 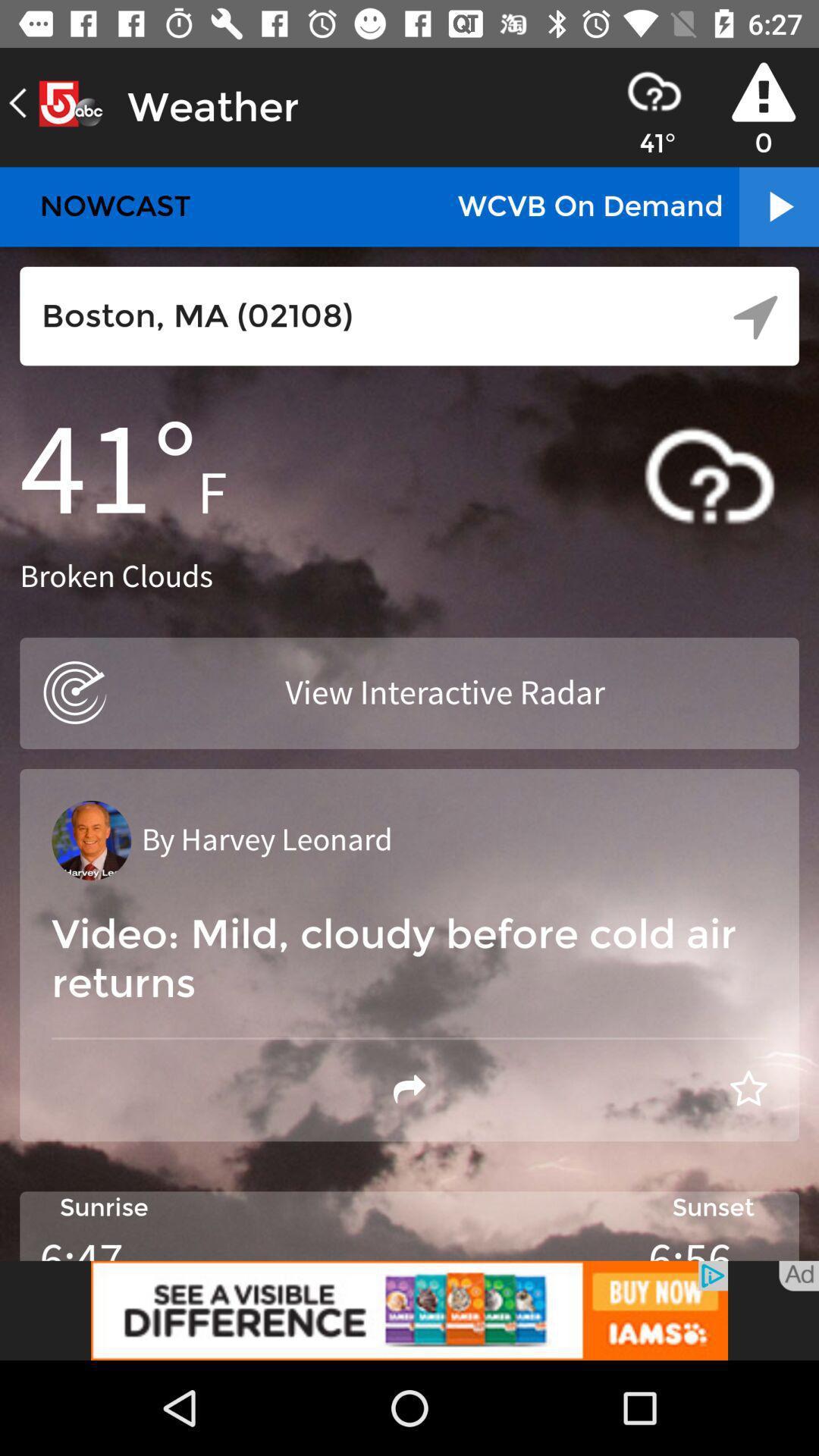 I want to click on the favorite icon, so click(x=748, y=1088).